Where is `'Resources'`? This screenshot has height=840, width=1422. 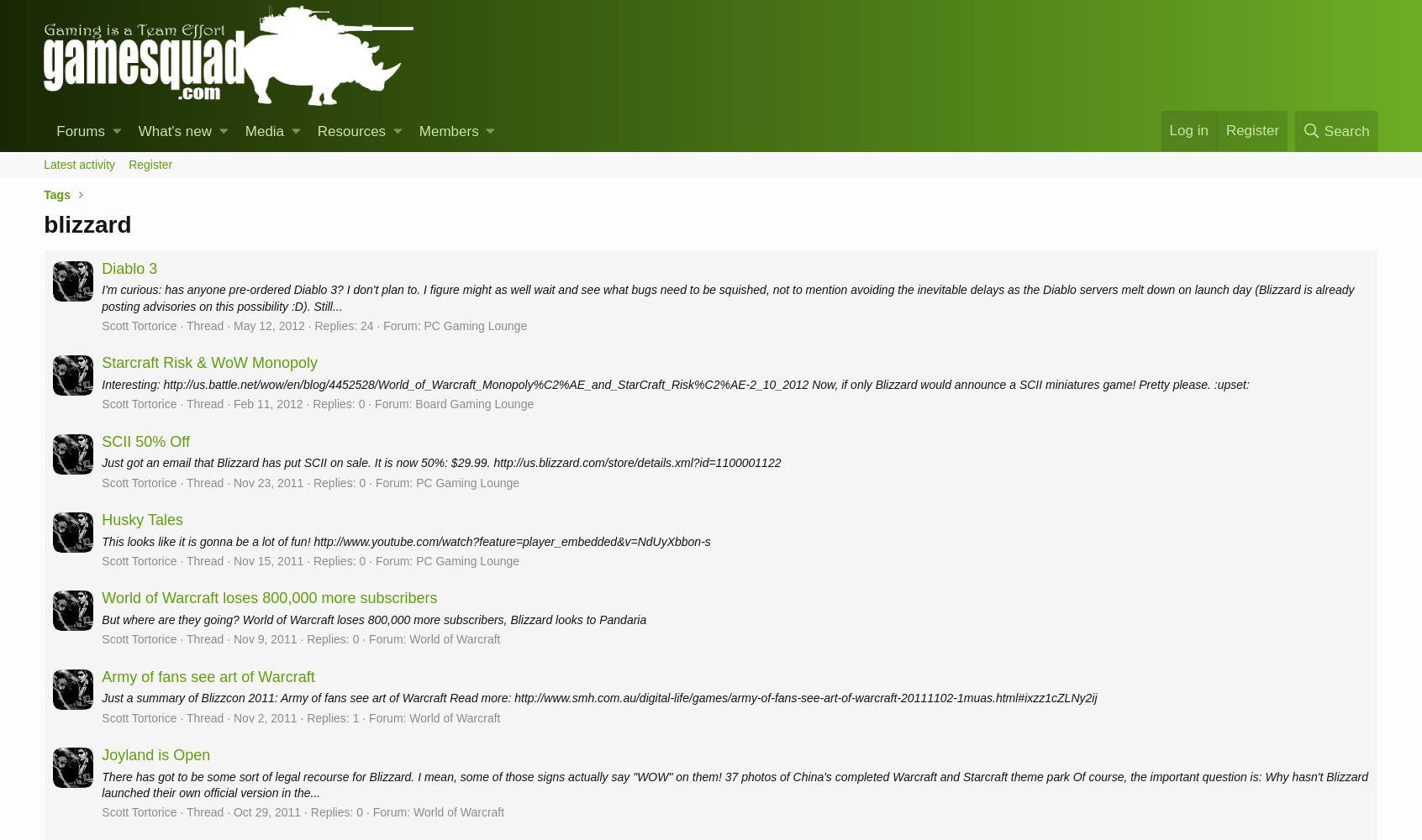
'Resources' is located at coordinates (350, 130).